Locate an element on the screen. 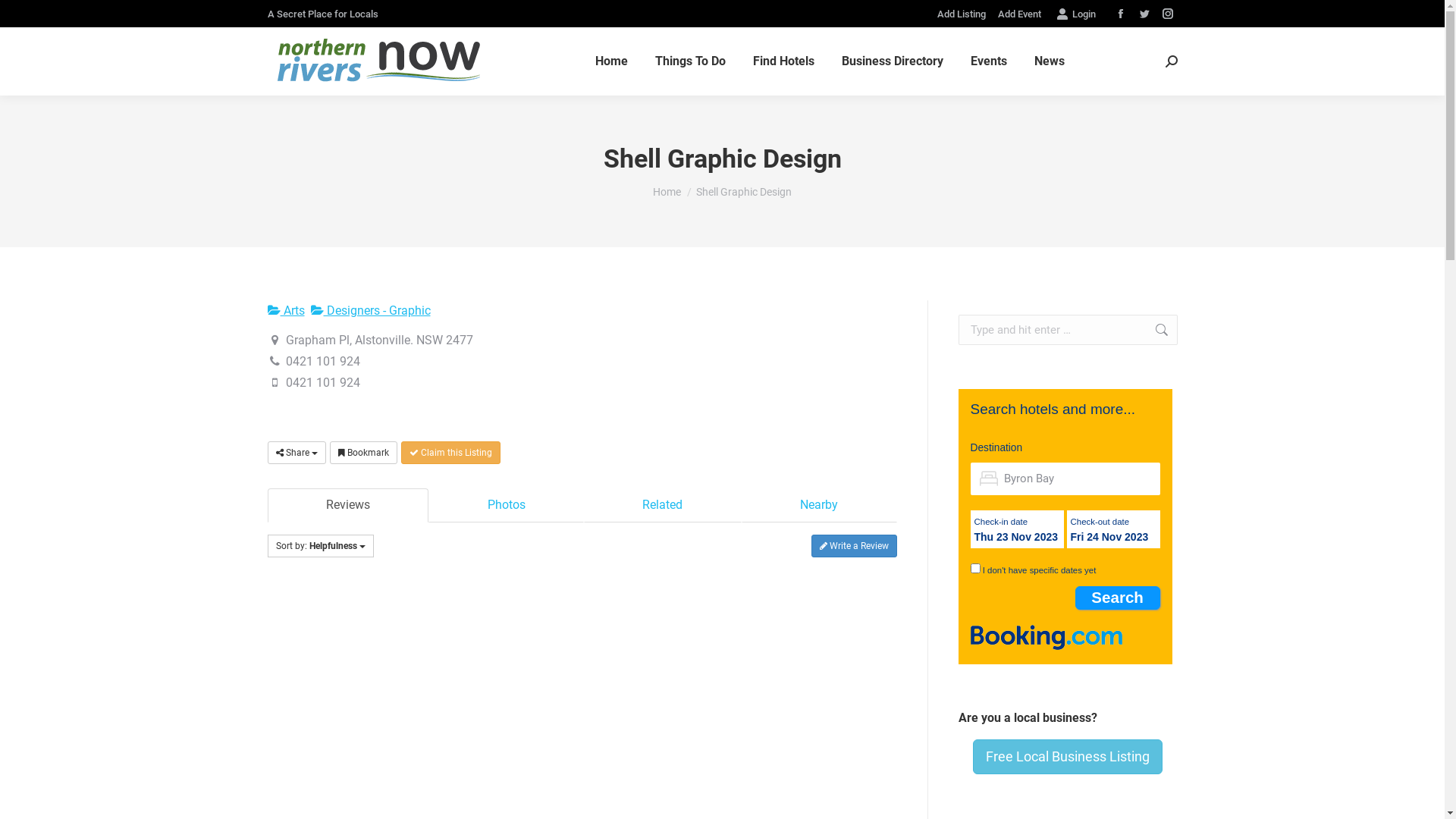 The width and height of the screenshot is (1456, 819). 'Find Hotels' is located at coordinates (749, 61).